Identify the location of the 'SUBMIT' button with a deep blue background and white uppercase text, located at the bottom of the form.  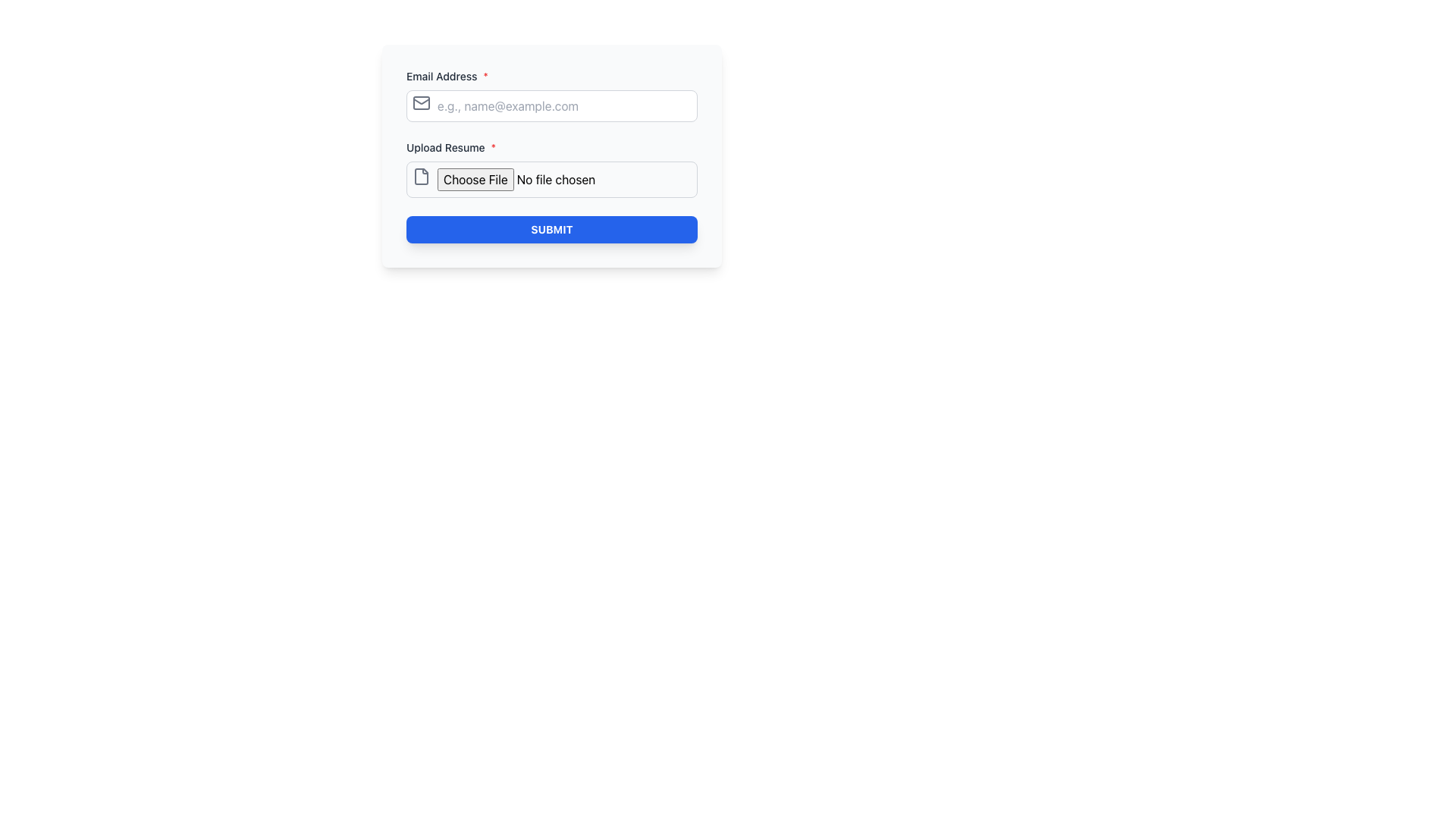
(551, 230).